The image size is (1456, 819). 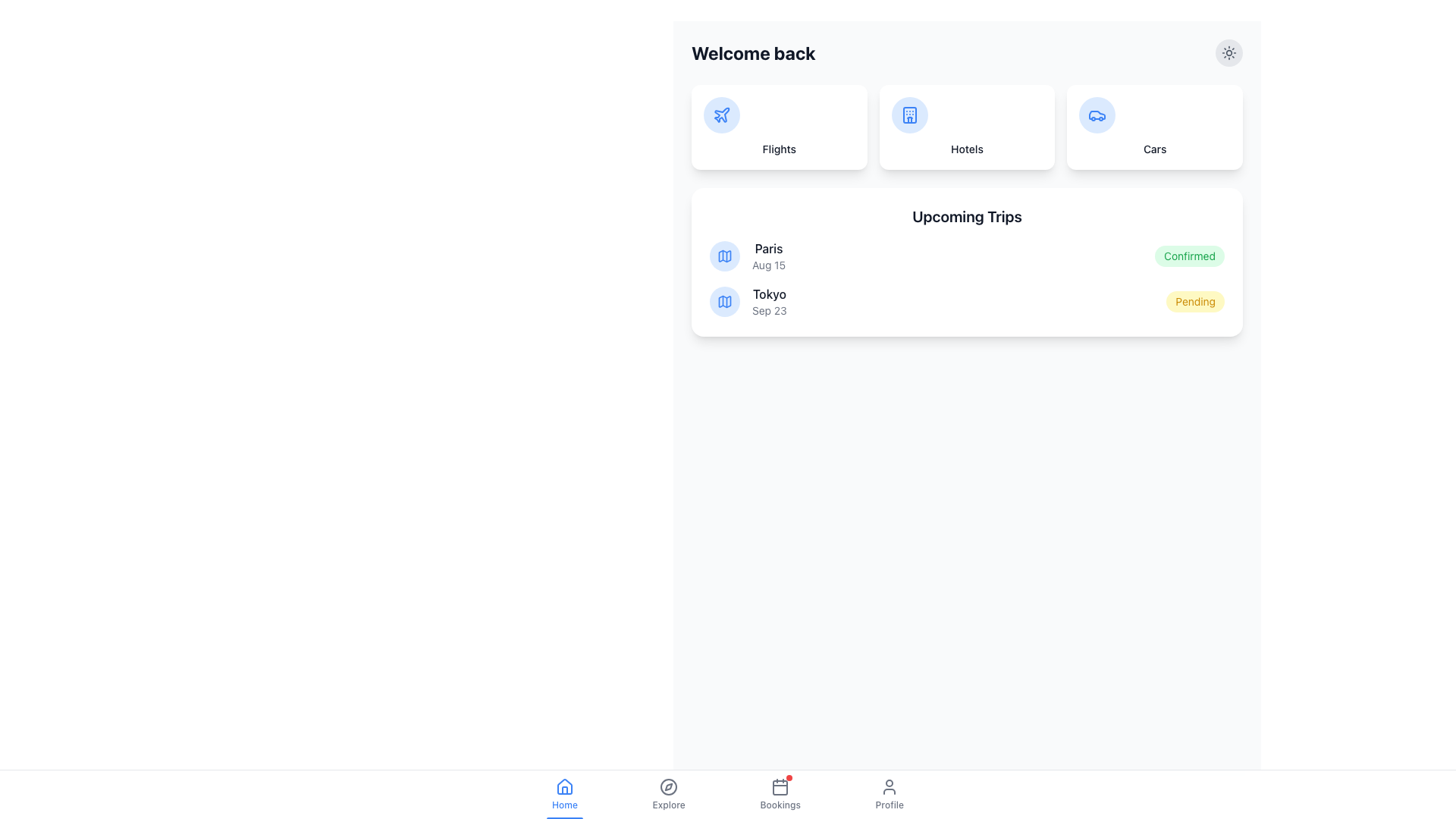 I want to click on the 'Confirmed' badge in the Upcoming Trips section indicating a positive confirmation status for the trip to Paris dated Aug 15, so click(x=1189, y=256).